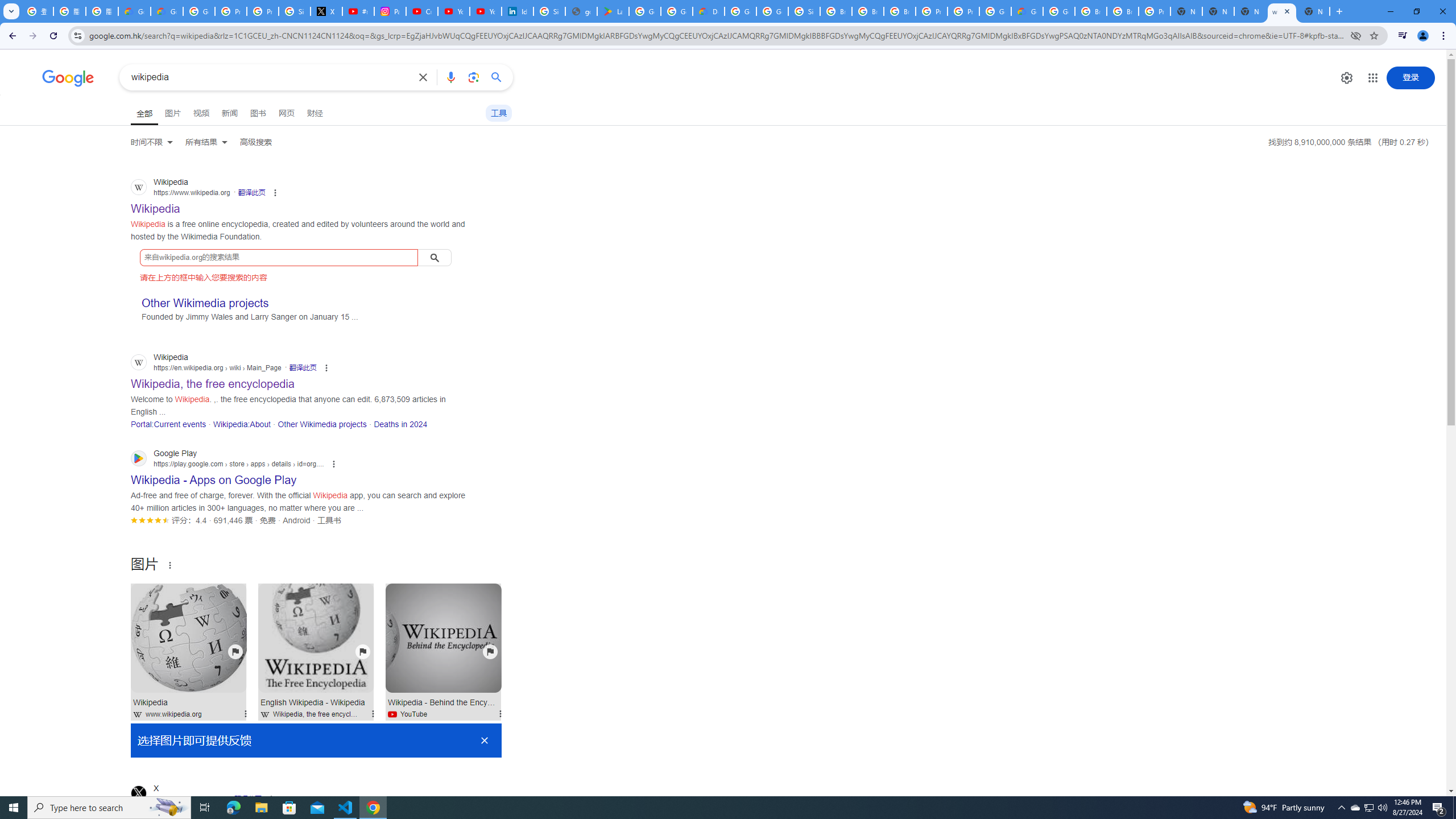  What do you see at coordinates (1059, 11) in the screenshot?
I see `'Google Cloud Platform'` at bounding box center [1059, 11].